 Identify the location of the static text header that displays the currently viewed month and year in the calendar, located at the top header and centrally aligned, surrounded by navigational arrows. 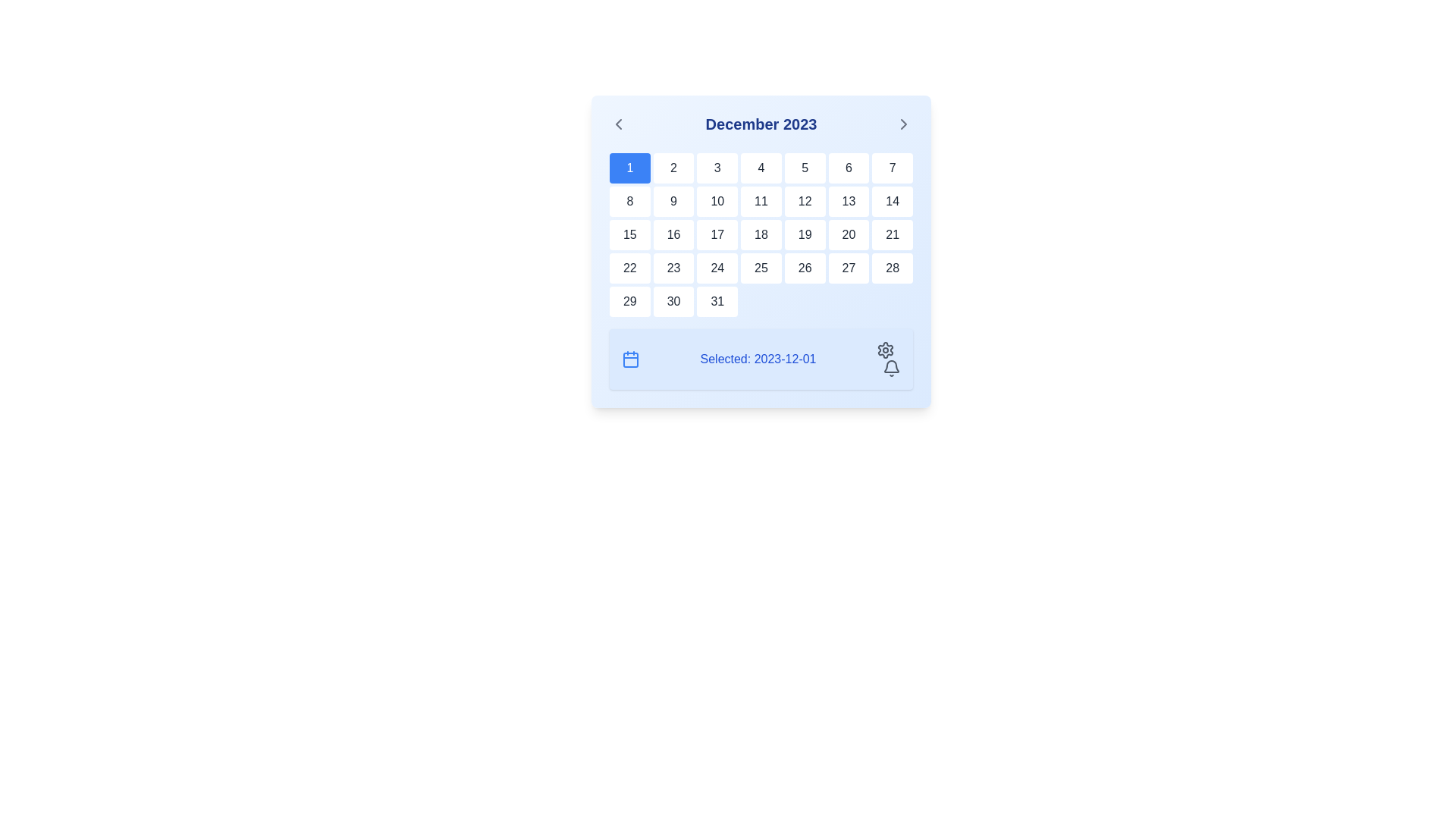
(761, 124).